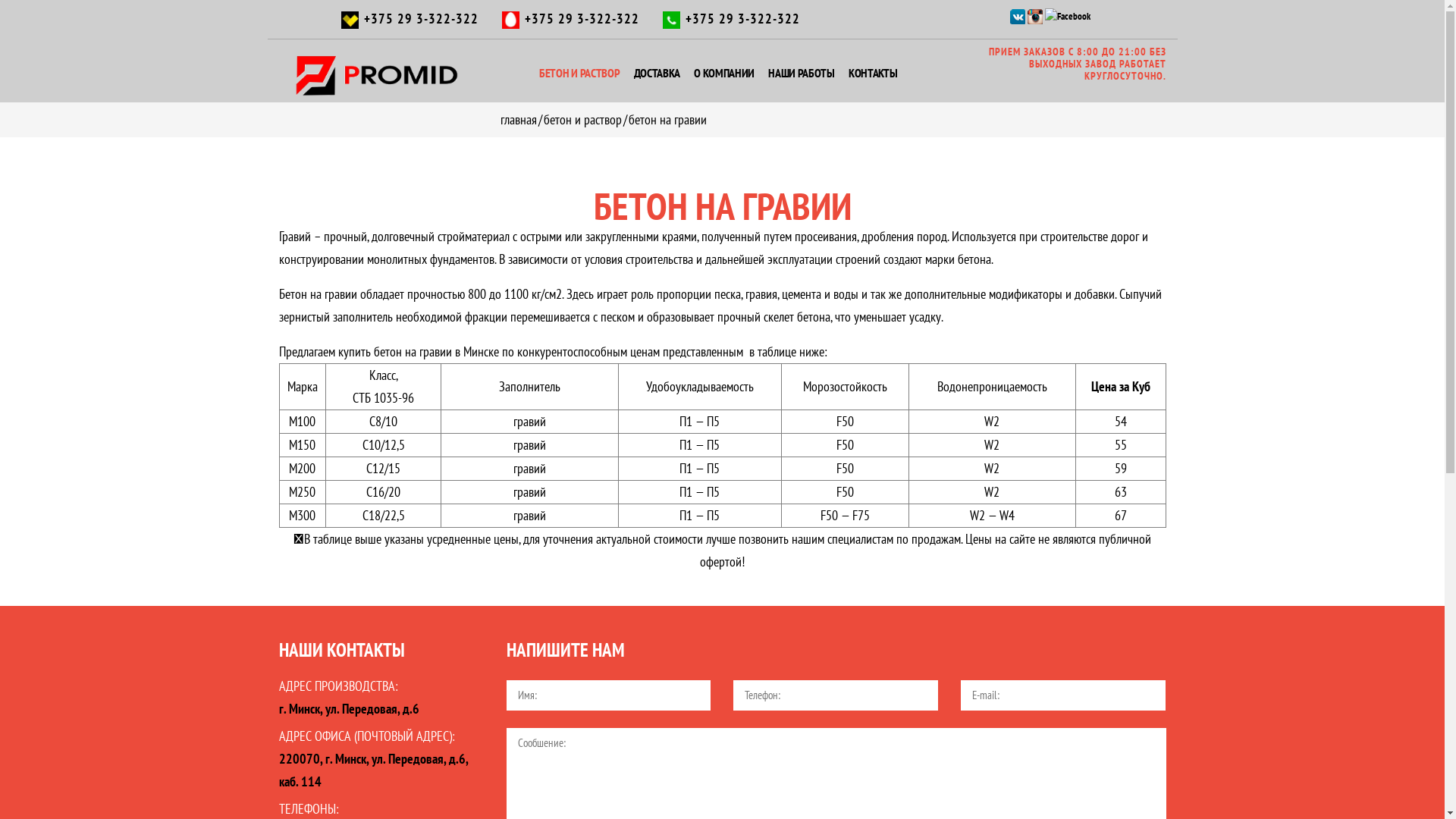 The image size is (1456, 819). Describe the element at coordinates (421, 18) in the screenshot. I see `'+375 29 3-322-322'` at that location.